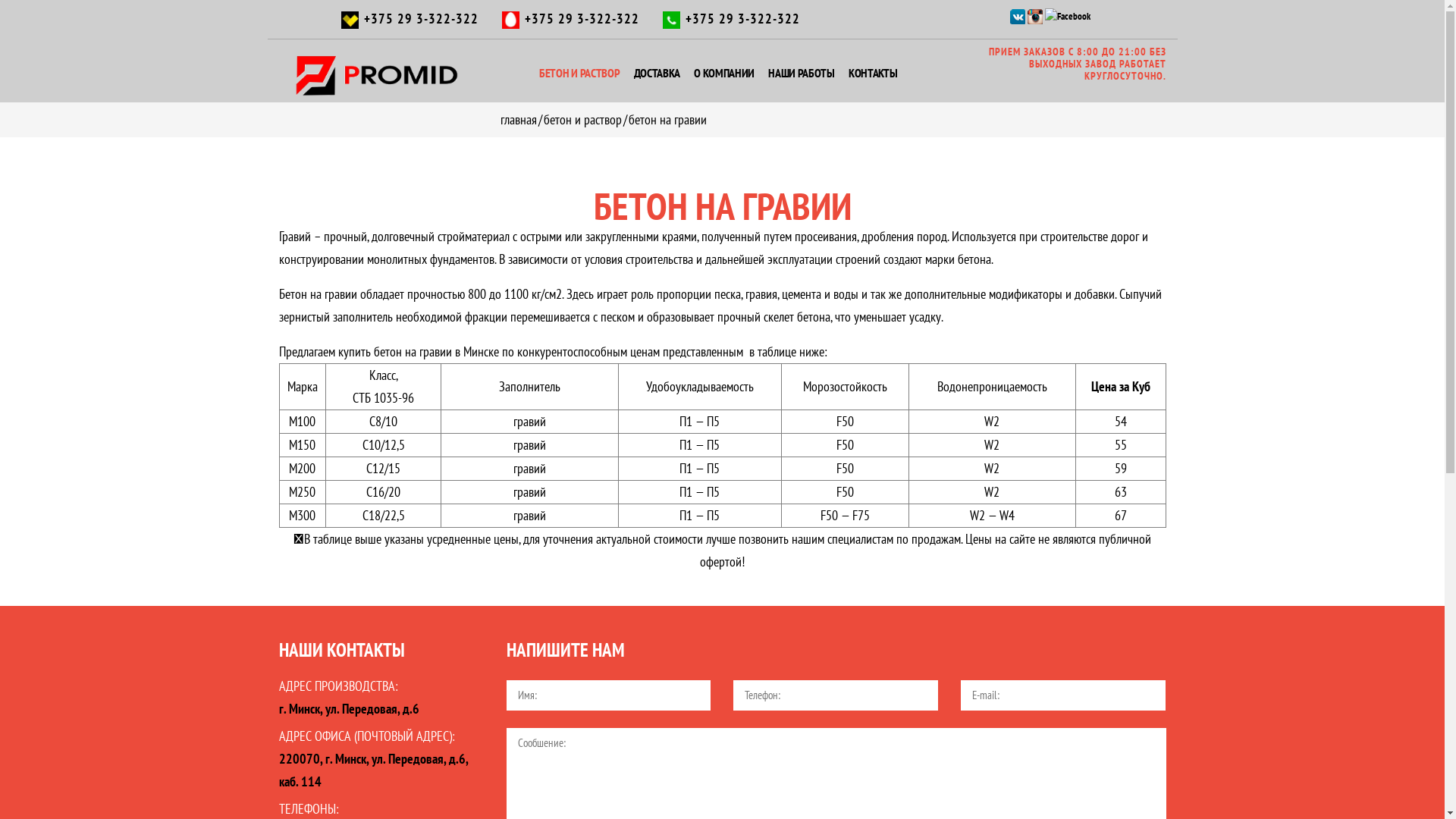 The image size is (1456, 819). Describe the element at coordinates (421, 18) in the screenshot. I see `'+375 29 3-322-322'` at that location.